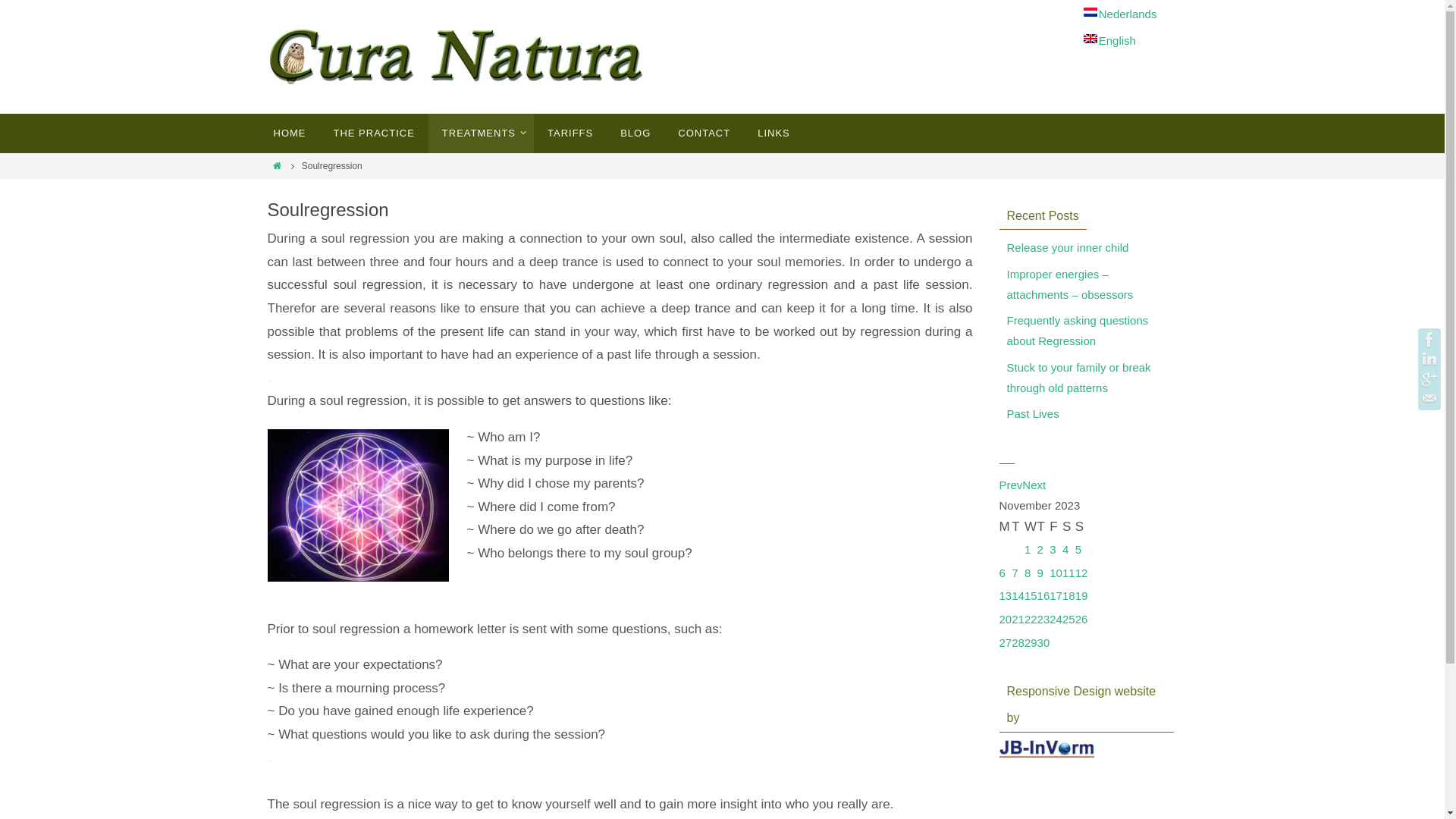  What do you see at coordinates (1068, 620) in the screenshot?
I see `'25'` at bounding box center [1068, 620].